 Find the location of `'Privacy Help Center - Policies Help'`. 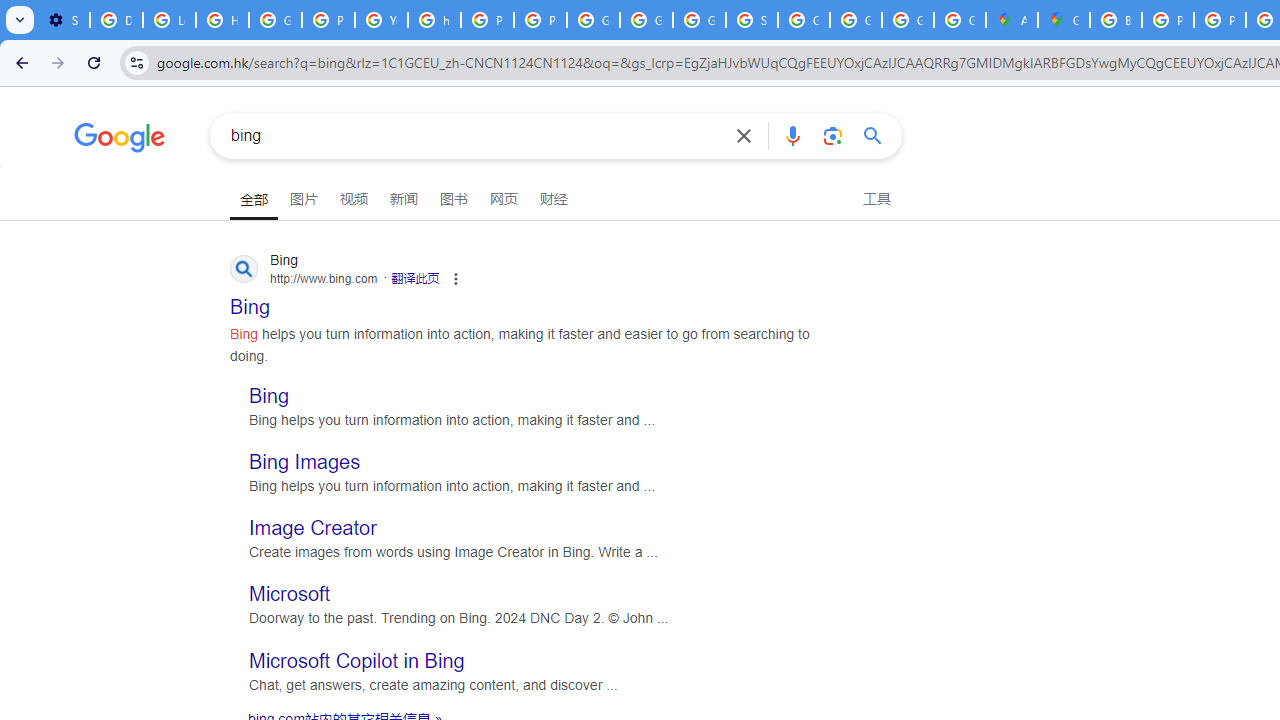

'Privacy Help Center - Policies Help' is located at coordinates (1218, 20).